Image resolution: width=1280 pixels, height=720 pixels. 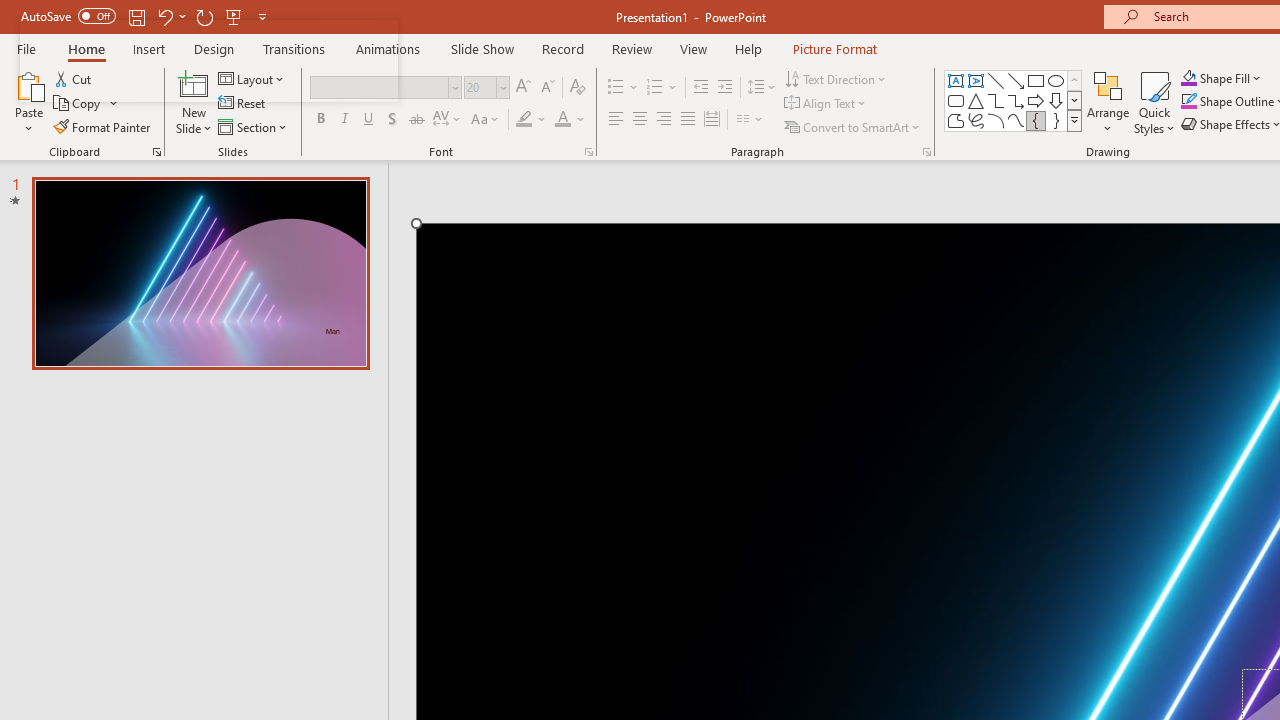 I want to click on 'Vertical Text Box', so click(x=976, y=80).